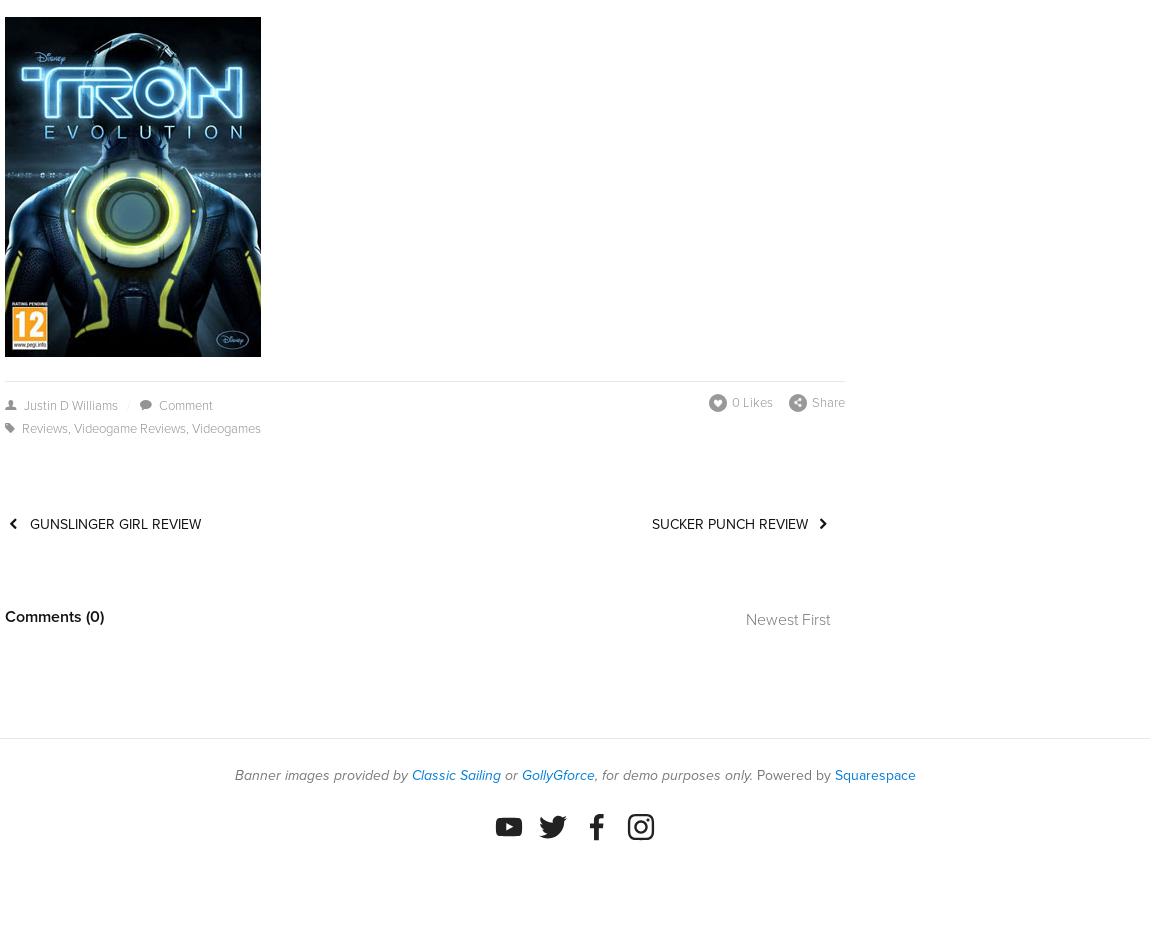 The width and height of the screenshot is (1165, 940). I want to click on 'or', so click(509, 774).